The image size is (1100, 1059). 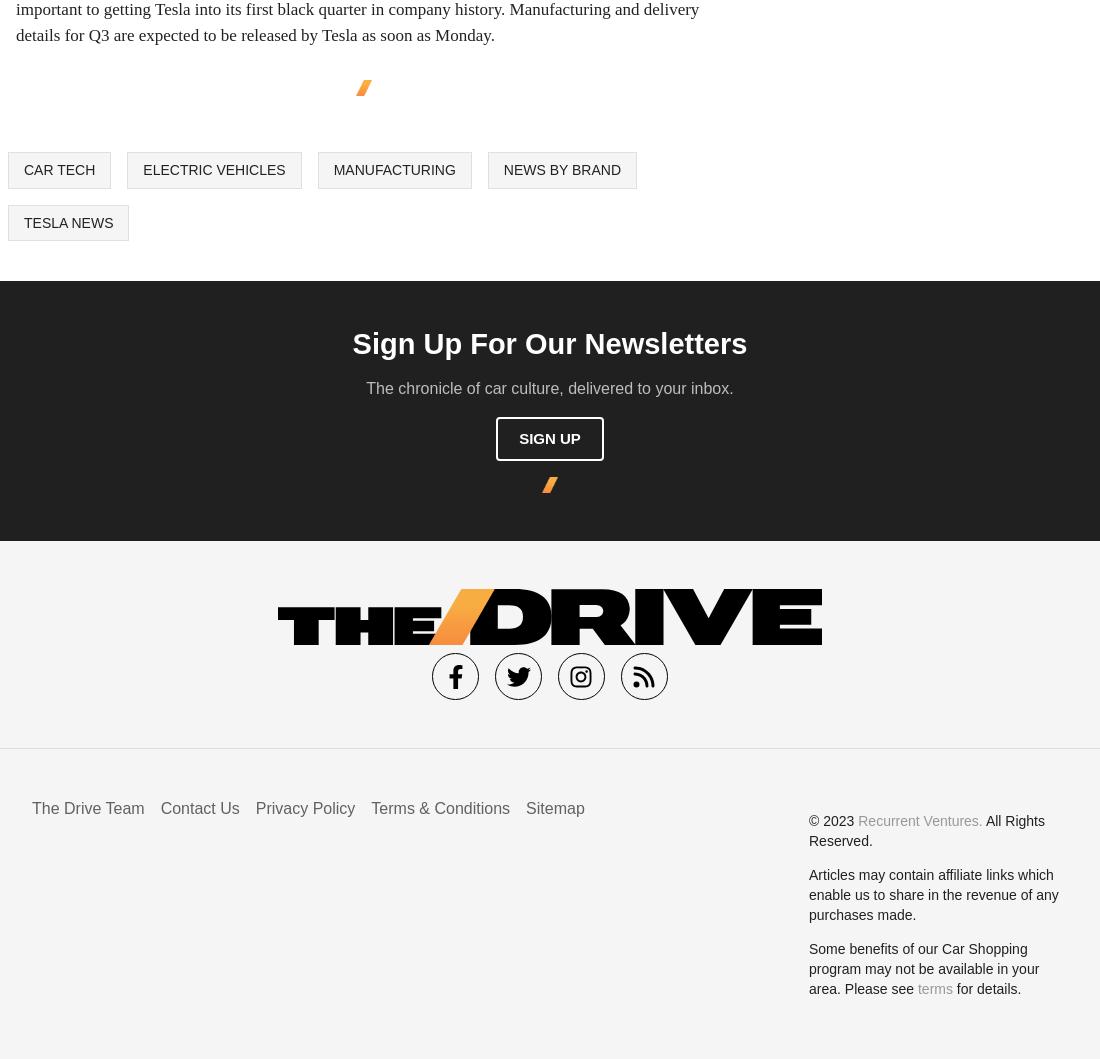 I want to click on 'terms', so click(x=934, y=988).